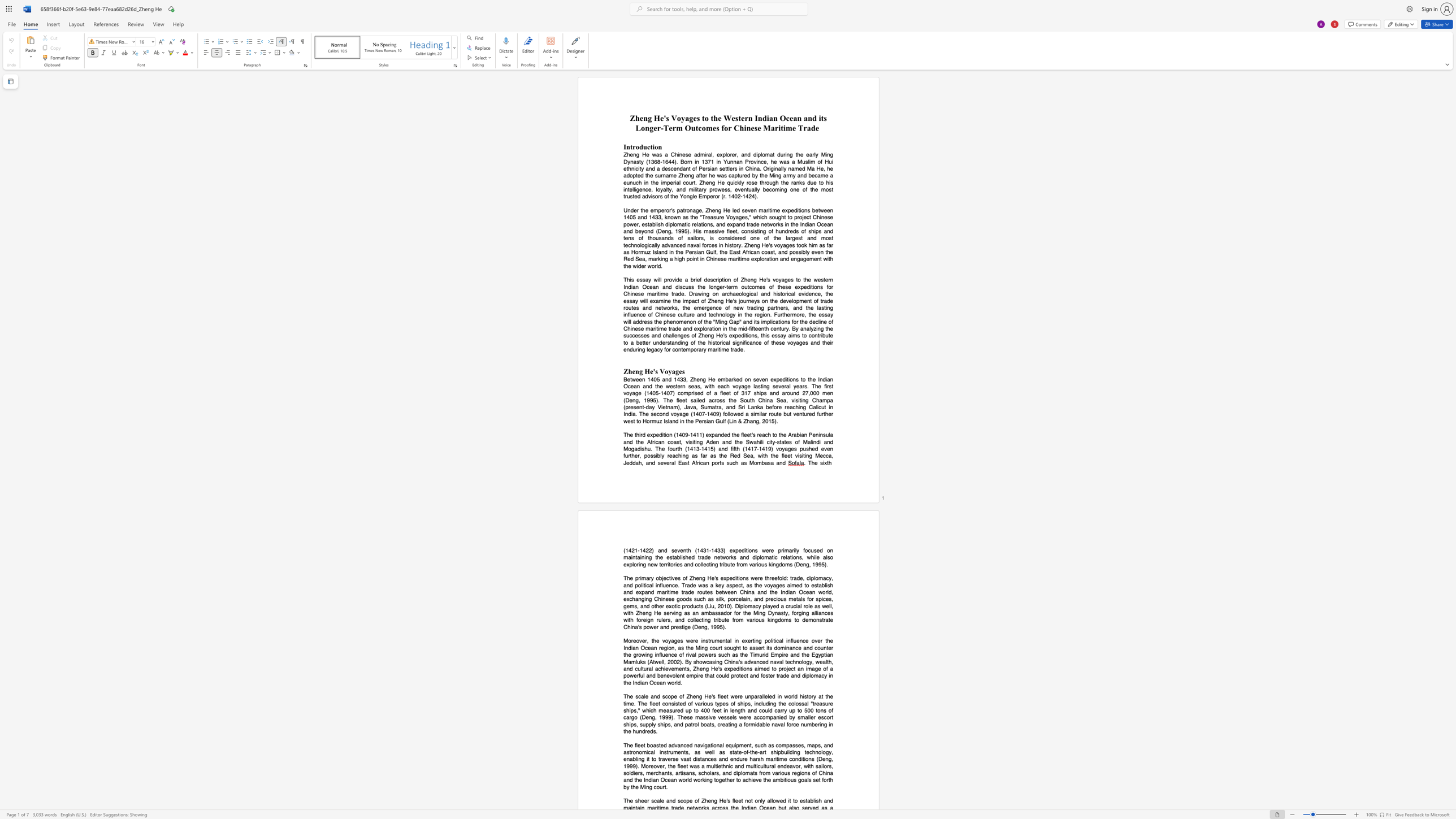  Describe the element at coordinates (735, 549) in the screenshot. I see `the subset text "peditions were primar" within the text "(1421-1422) and seventh (1431-1433) expeditions were primarily focused on"` at that location.